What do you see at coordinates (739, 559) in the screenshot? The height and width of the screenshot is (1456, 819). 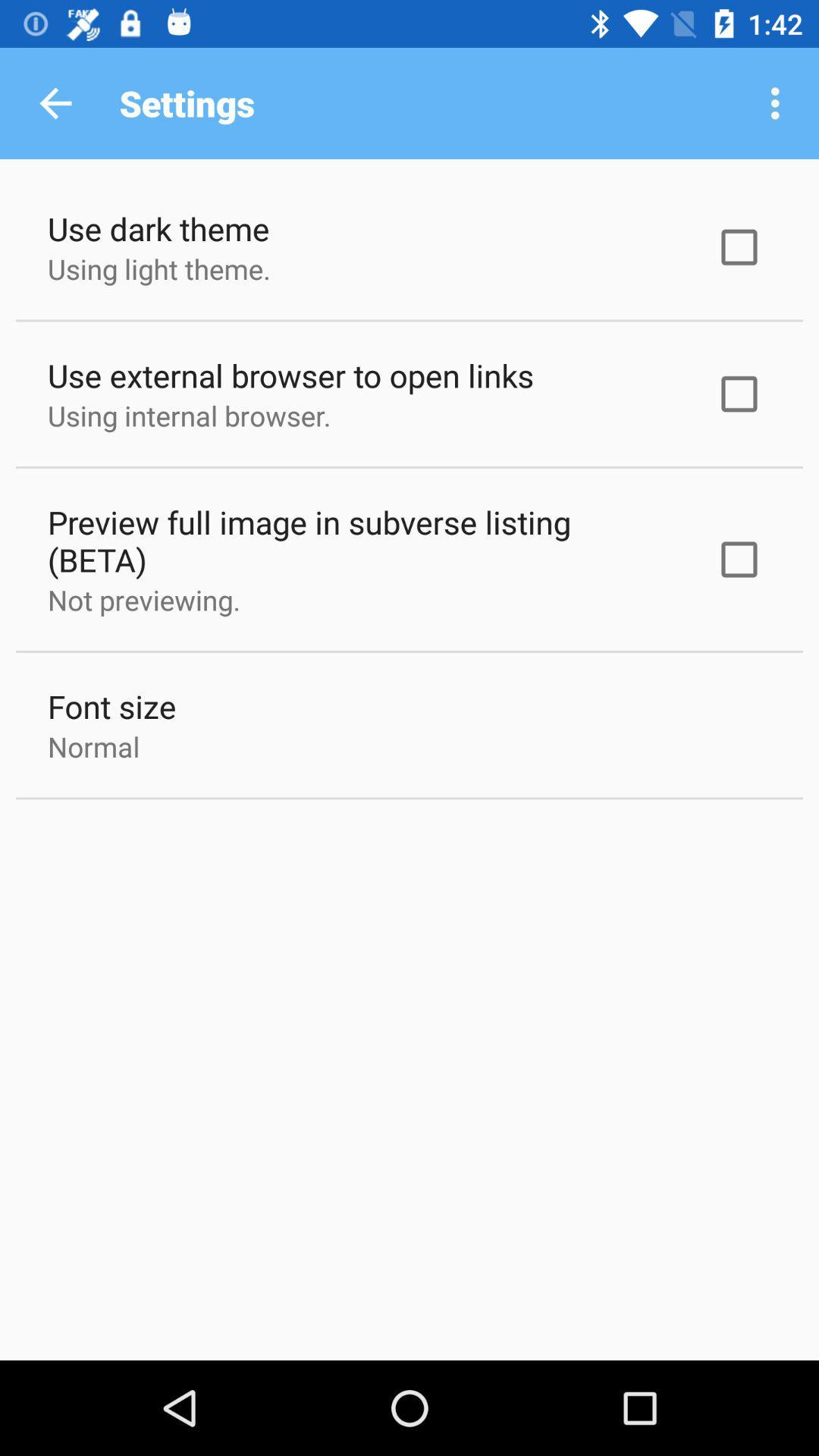 I see `the third empty box` at bounding box center [739, 559].